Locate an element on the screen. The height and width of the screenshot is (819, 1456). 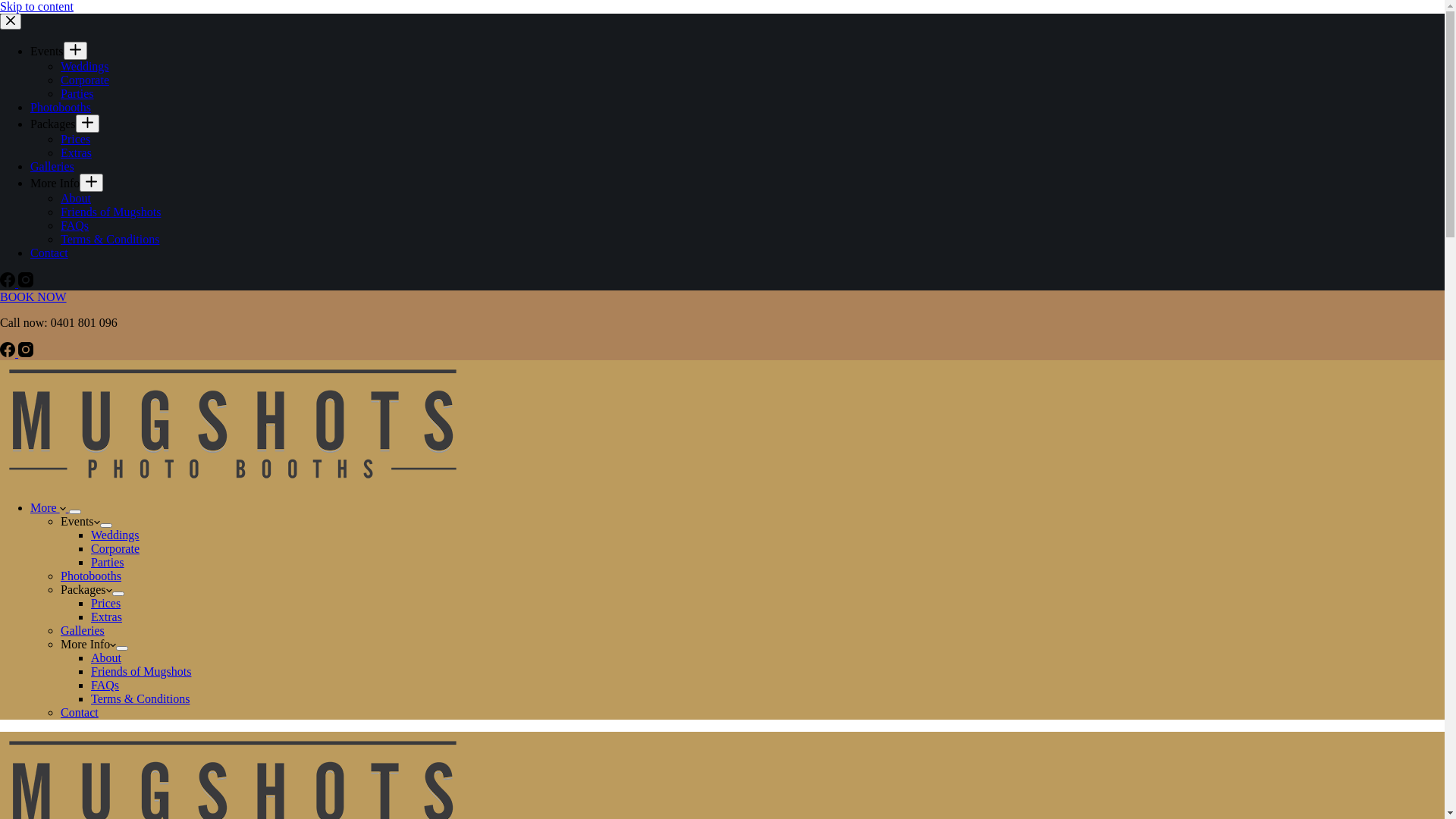
'Corporate' is located at coordinates (61, 80).